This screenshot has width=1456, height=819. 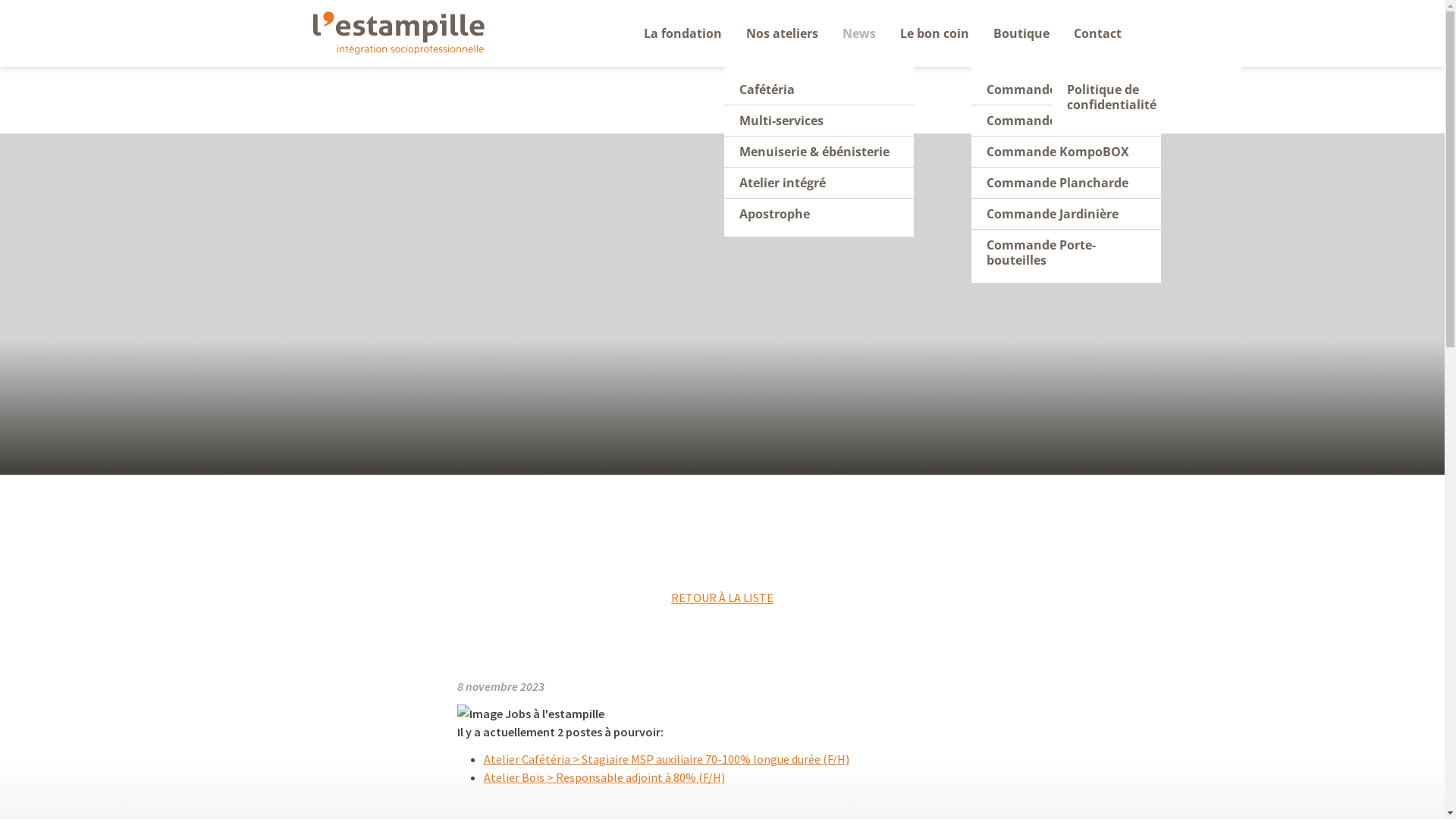 I want to click on 'Commande Plancharde', so click(x=971, y=182).